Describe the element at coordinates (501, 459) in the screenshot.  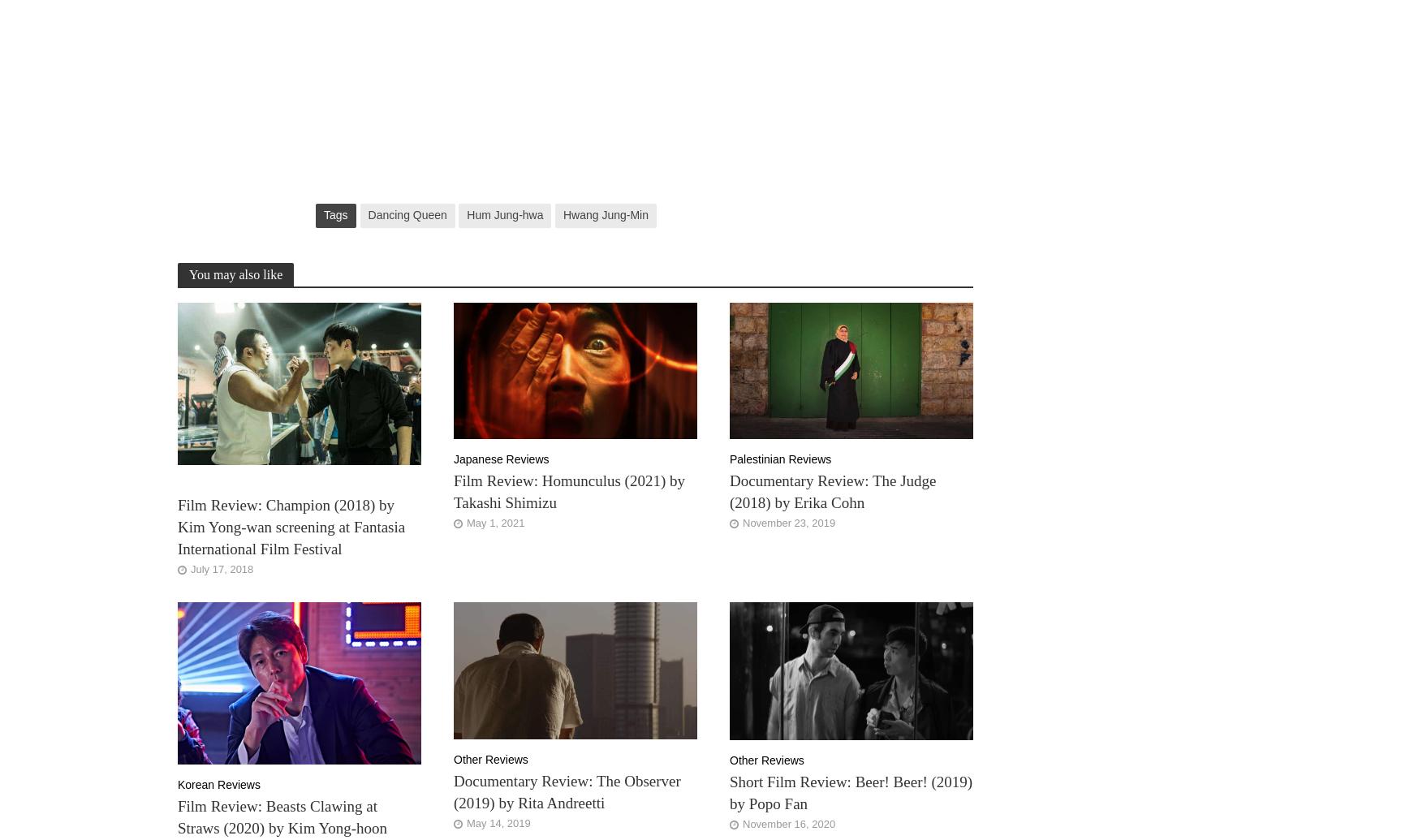
I see `'Japanese Reviews'` at that location.